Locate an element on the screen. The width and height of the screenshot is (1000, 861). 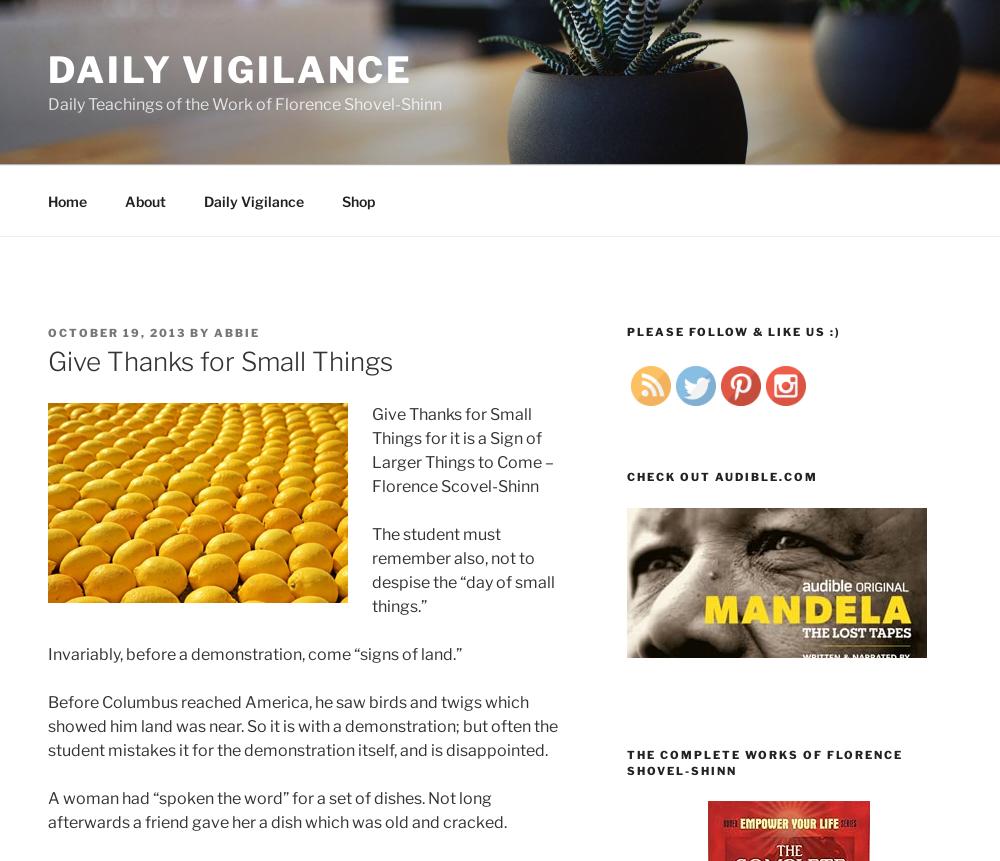
'Daily Teachings of the Work of Florence Shovel-Shinn' is located at coordinates (244, 103).